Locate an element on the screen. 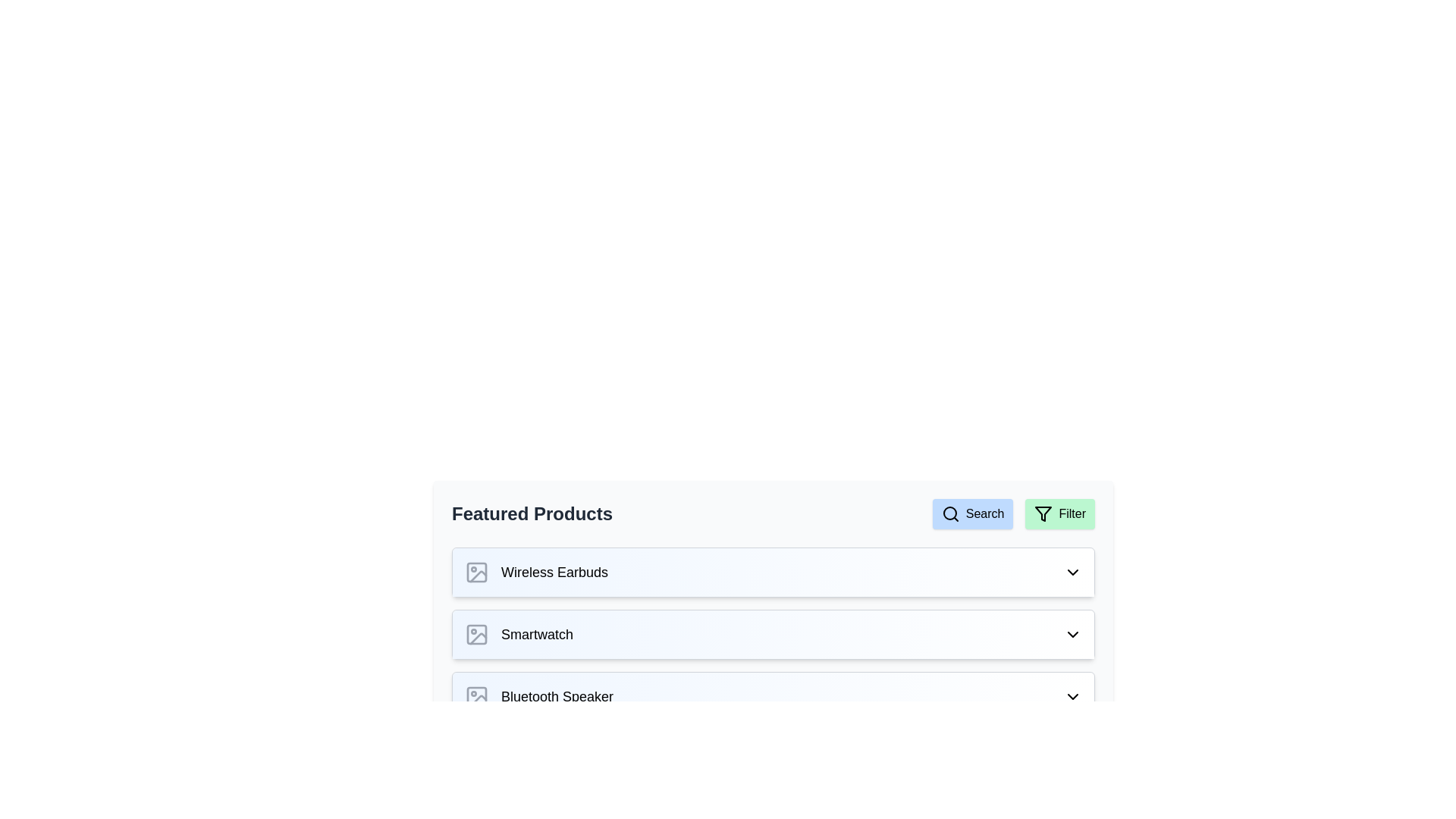 The image size is (1456, 819). the text element displaying 'Wireless Earbuds' in the 'Featured Products' section, which is the first item in the list and is visually distinguishable due to its bold and enlarged font style is located at coordinates (554, 573).